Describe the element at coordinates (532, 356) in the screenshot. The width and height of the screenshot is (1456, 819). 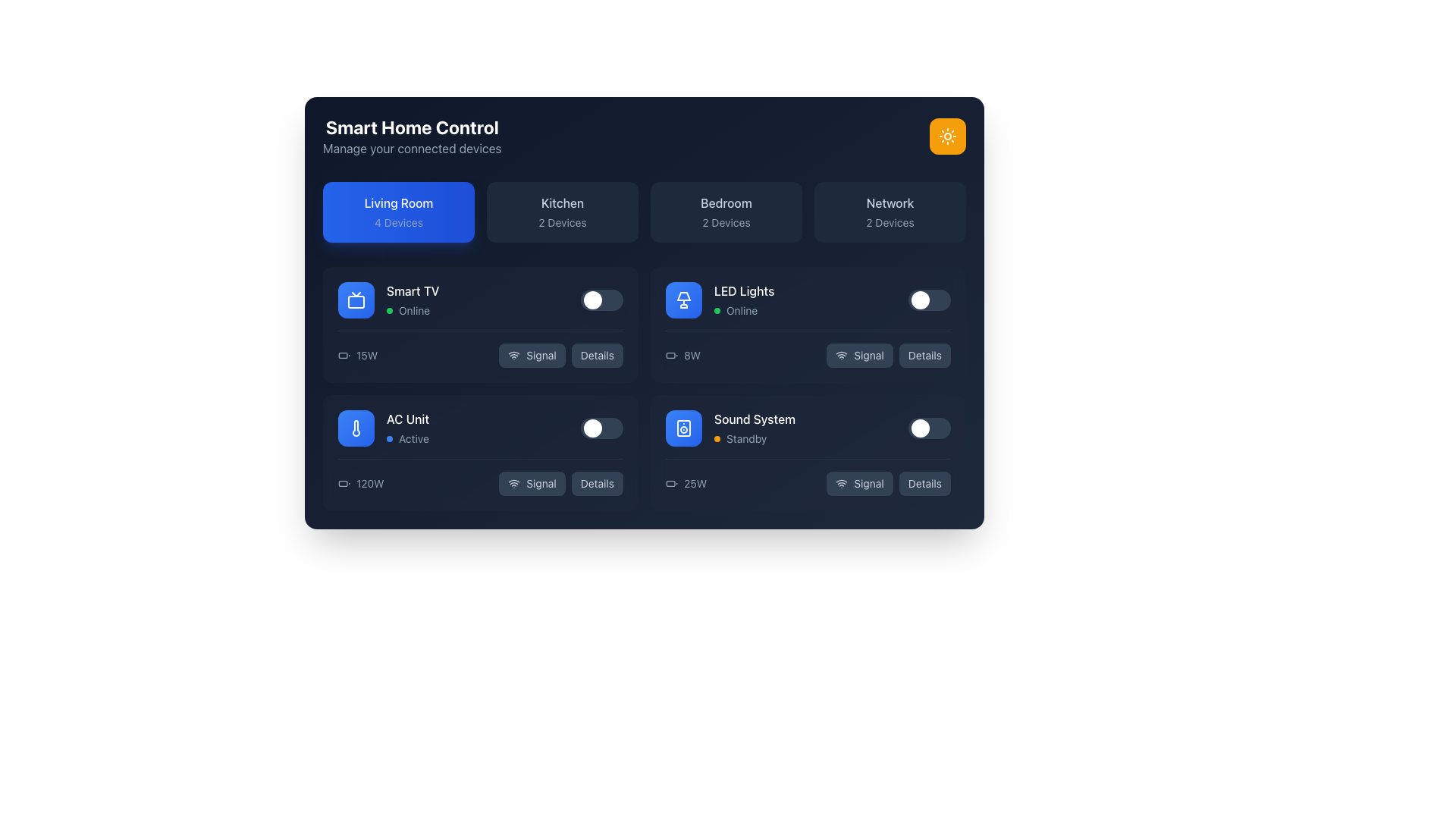
I see `the button that indicates the signal status or network connectivity of the Smart TV, located at the bottom left of the Smart TV card in the Living Room section` at that location.